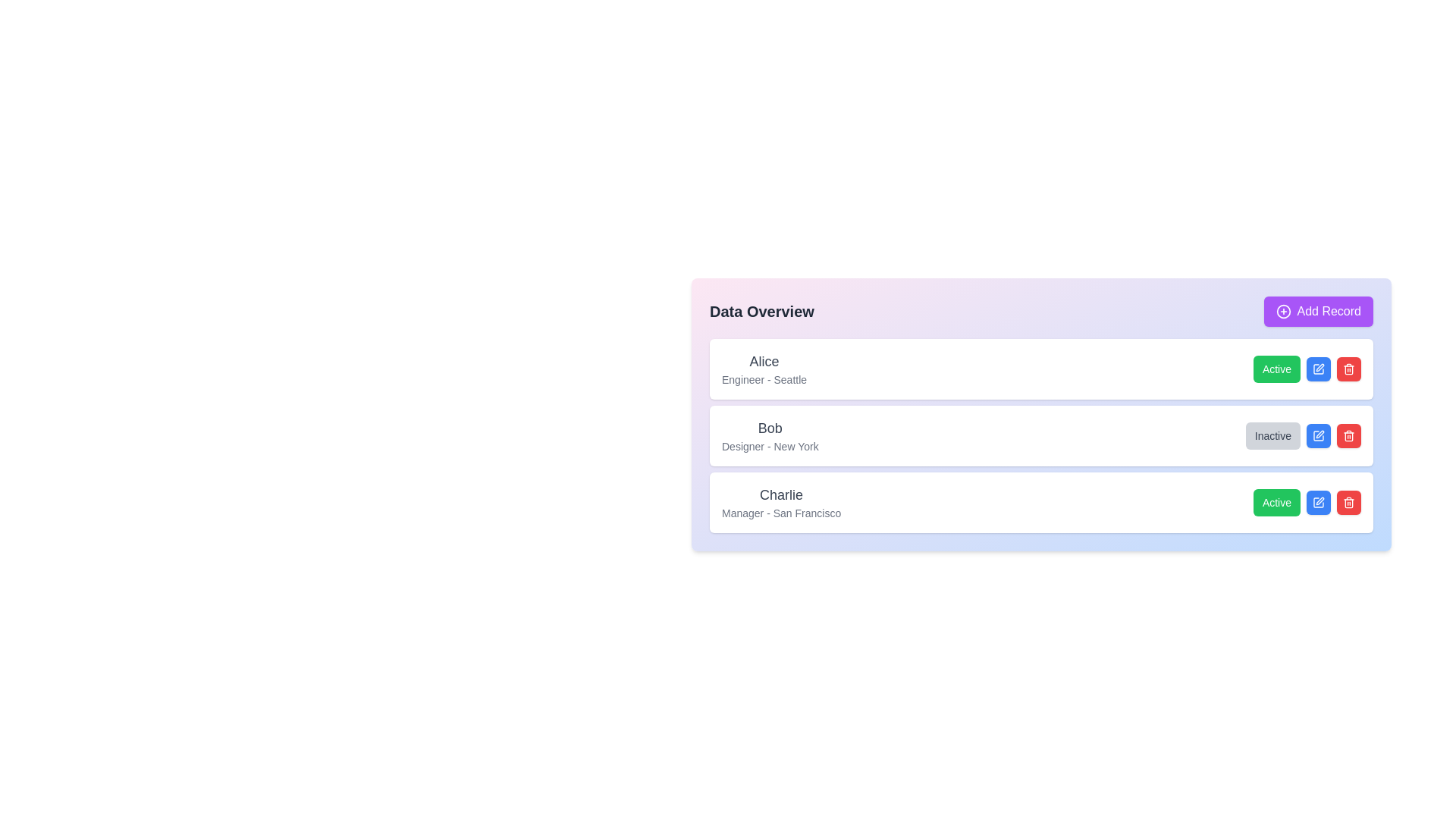  Describe the element at coordinates (764, 379) in the screenshot. I see `the text element displaying 'Engineer - Seattle', which is styled in small, gray-colored font and located beneath the name 'Alice'` at that location.